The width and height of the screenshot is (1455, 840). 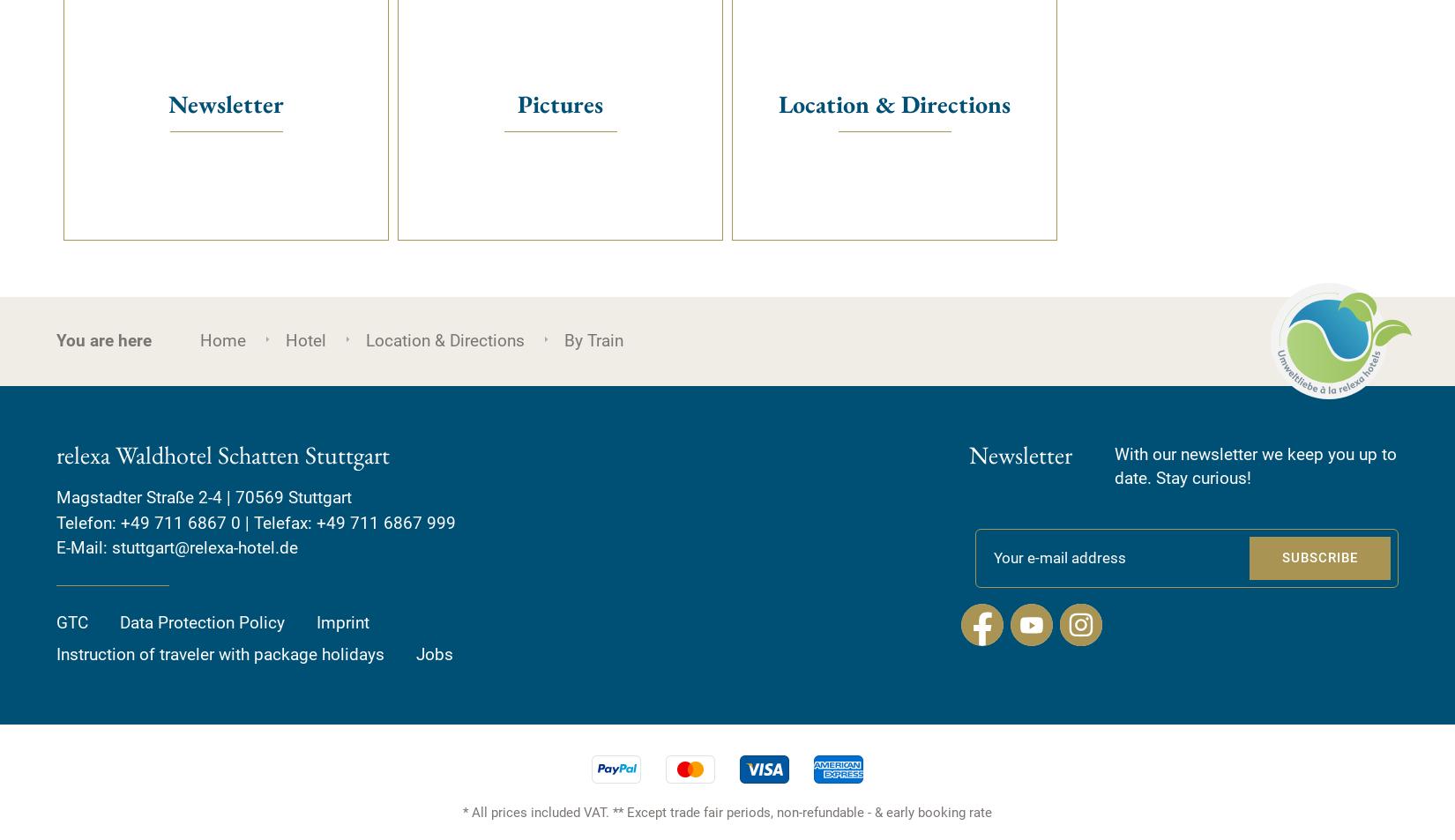 What do you see at coordinates (343, 621) in the screenshot?
I see `'Imprint'` at bounding box center [343, 621].